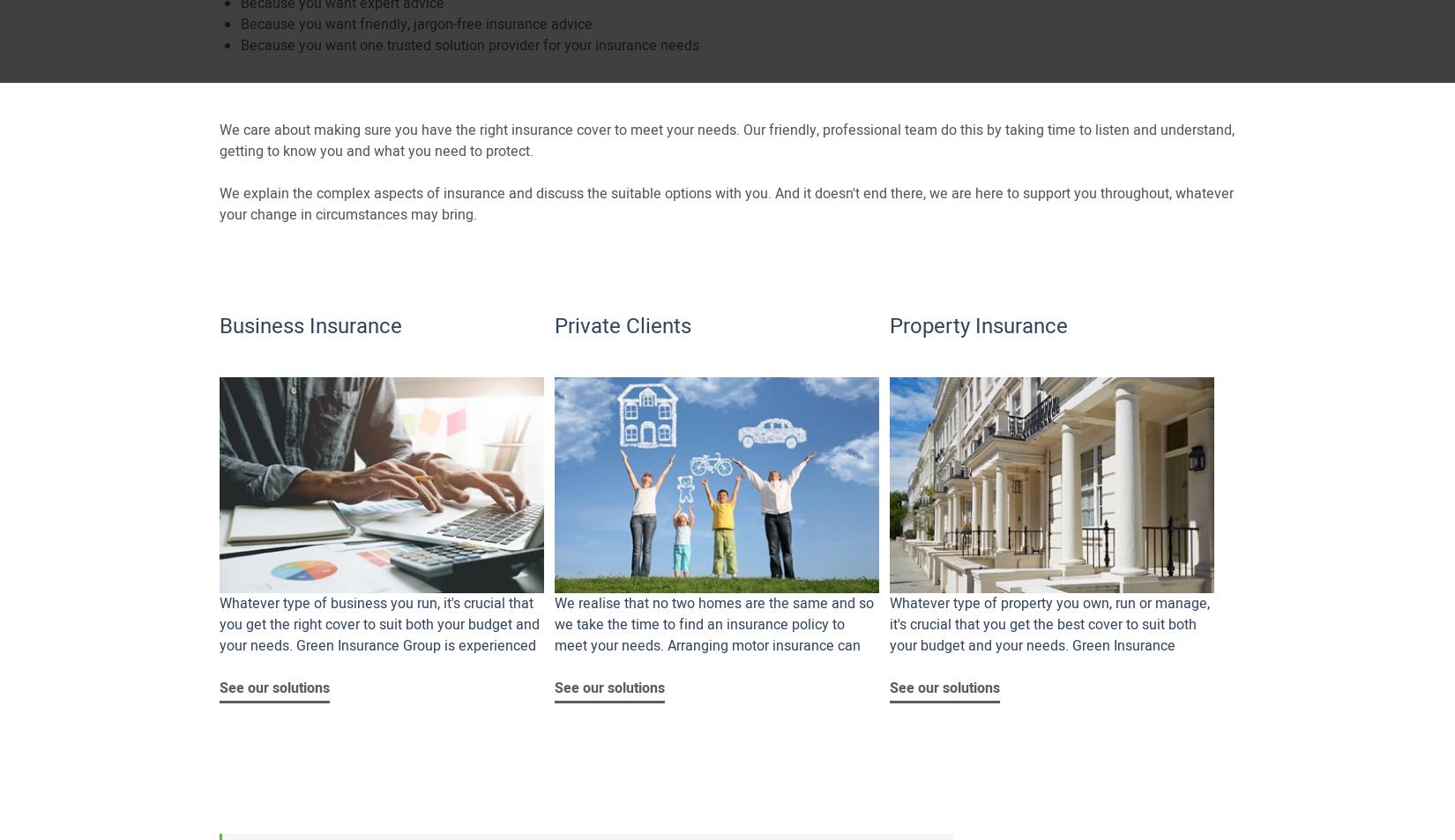 This screenshot has width=1455, height=840. What do you see at coordinates (726, 203) in the screenshot?
I see `'We explain the complex aspects of insurance and discuss the suitable options with you. And it doesn't end there, we are here to support you throughout, whatever your change in circumstances may bring.'` at bounding box center [726, 203].